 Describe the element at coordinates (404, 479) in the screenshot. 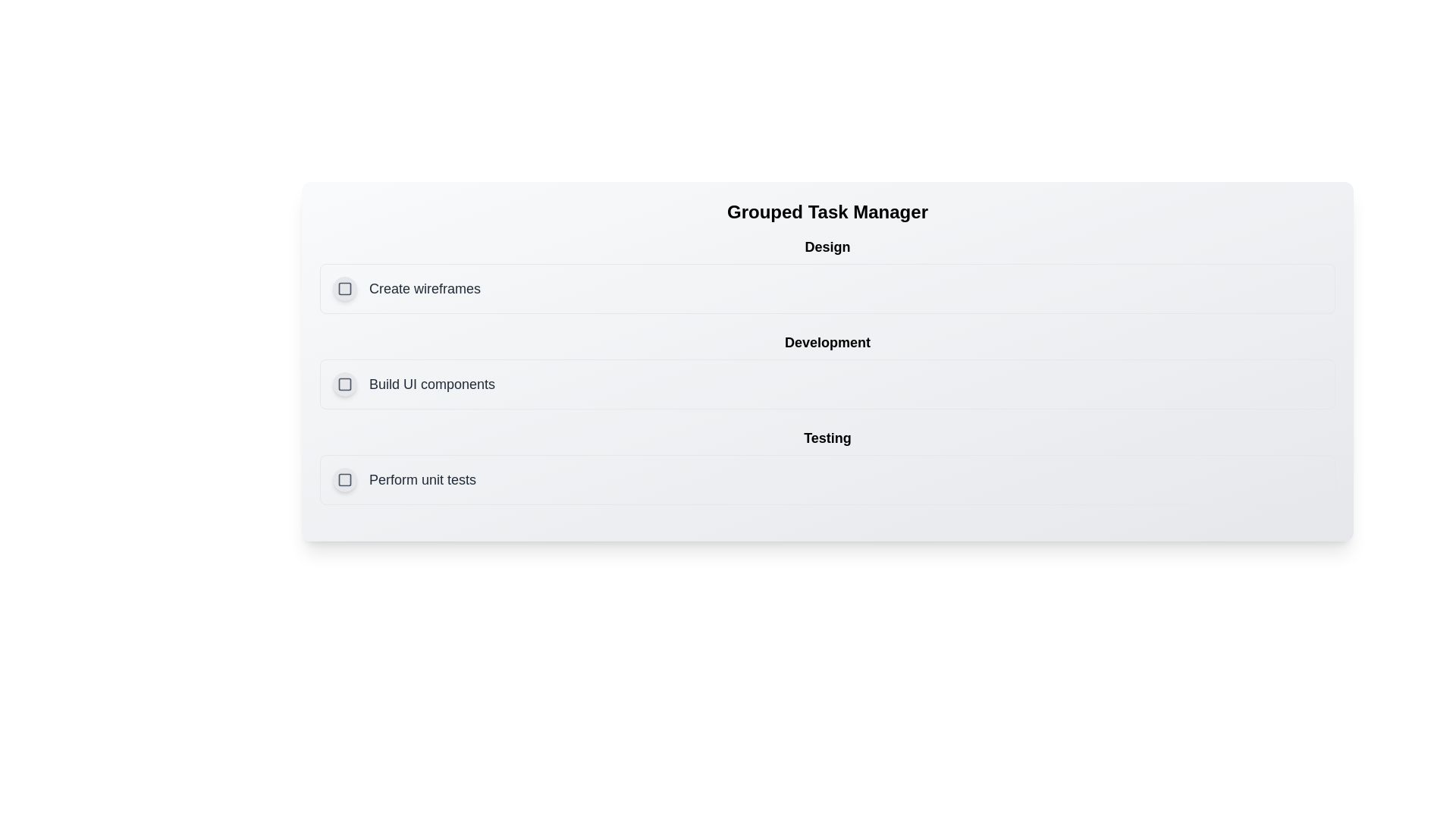

I see `the checkbox or descriptive text of the third task item under the 'Testing' category in the to-do list` at that location.